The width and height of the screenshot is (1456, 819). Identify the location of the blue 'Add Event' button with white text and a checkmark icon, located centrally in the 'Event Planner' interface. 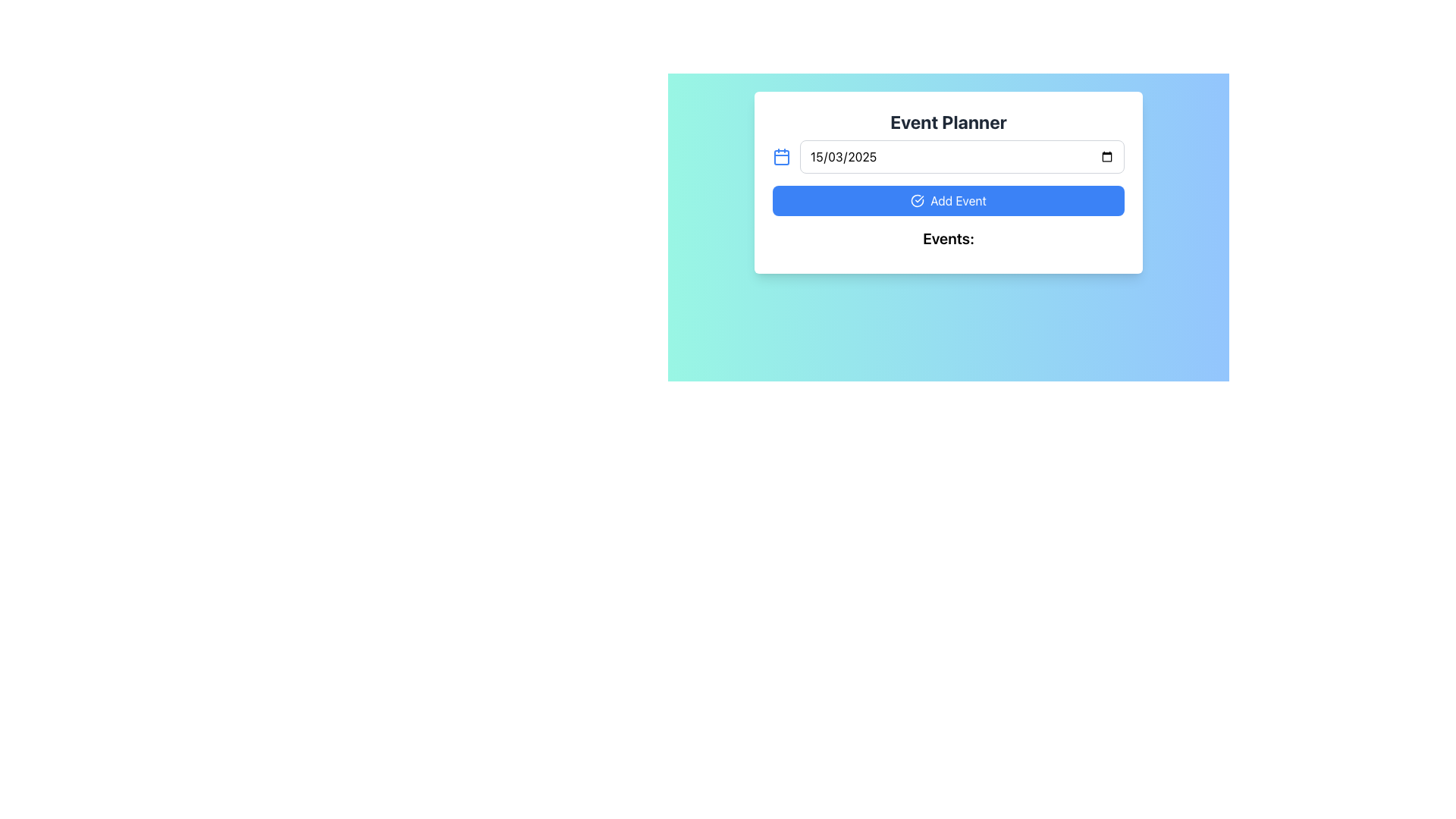
(948, 200).